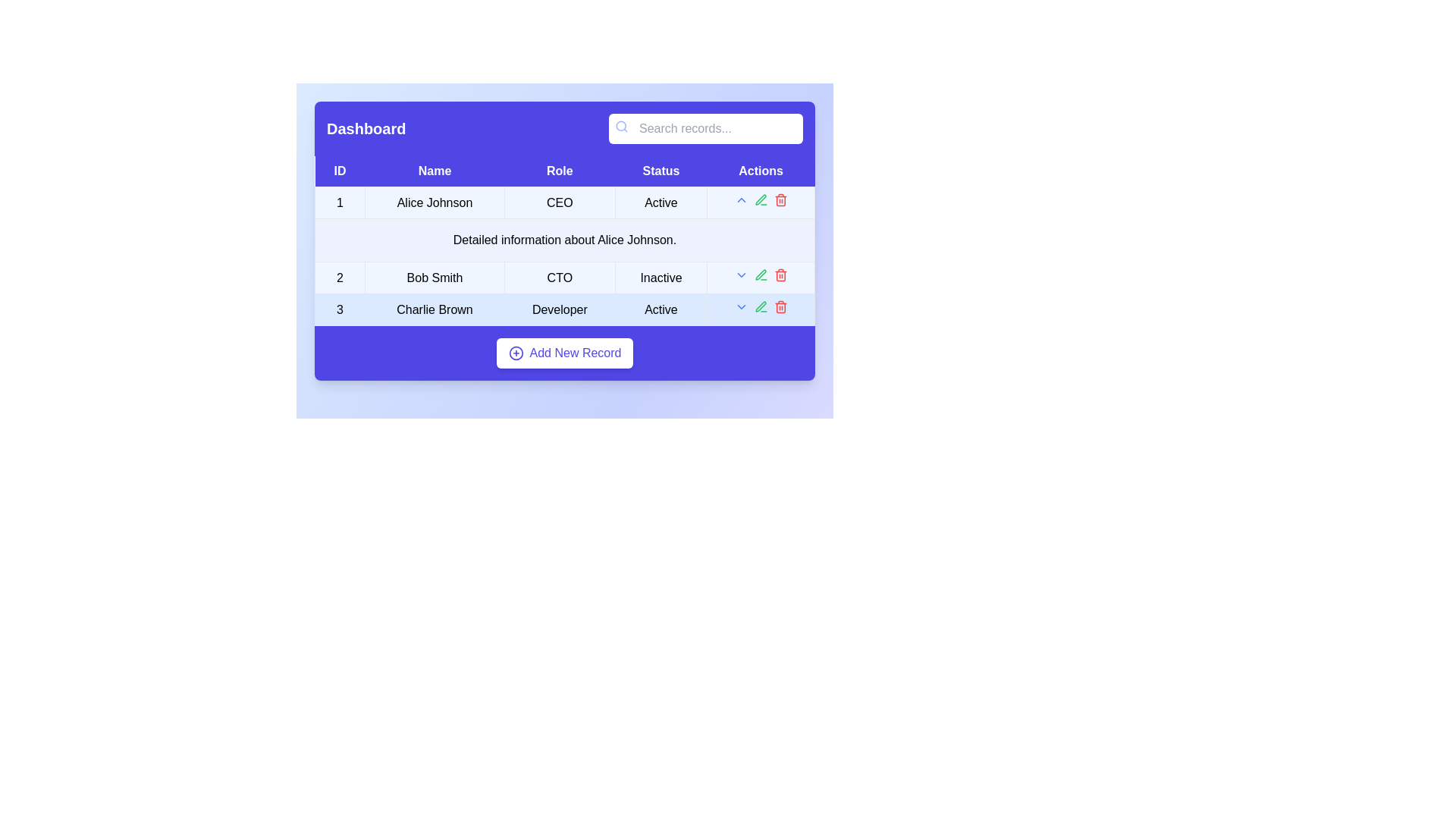 This screenshot has height=819, width=1456. I want to click on the inner circle component of the magnifying glass icon located in the top-right section of the interface, adjacent to the search input box, so click(621, 125).